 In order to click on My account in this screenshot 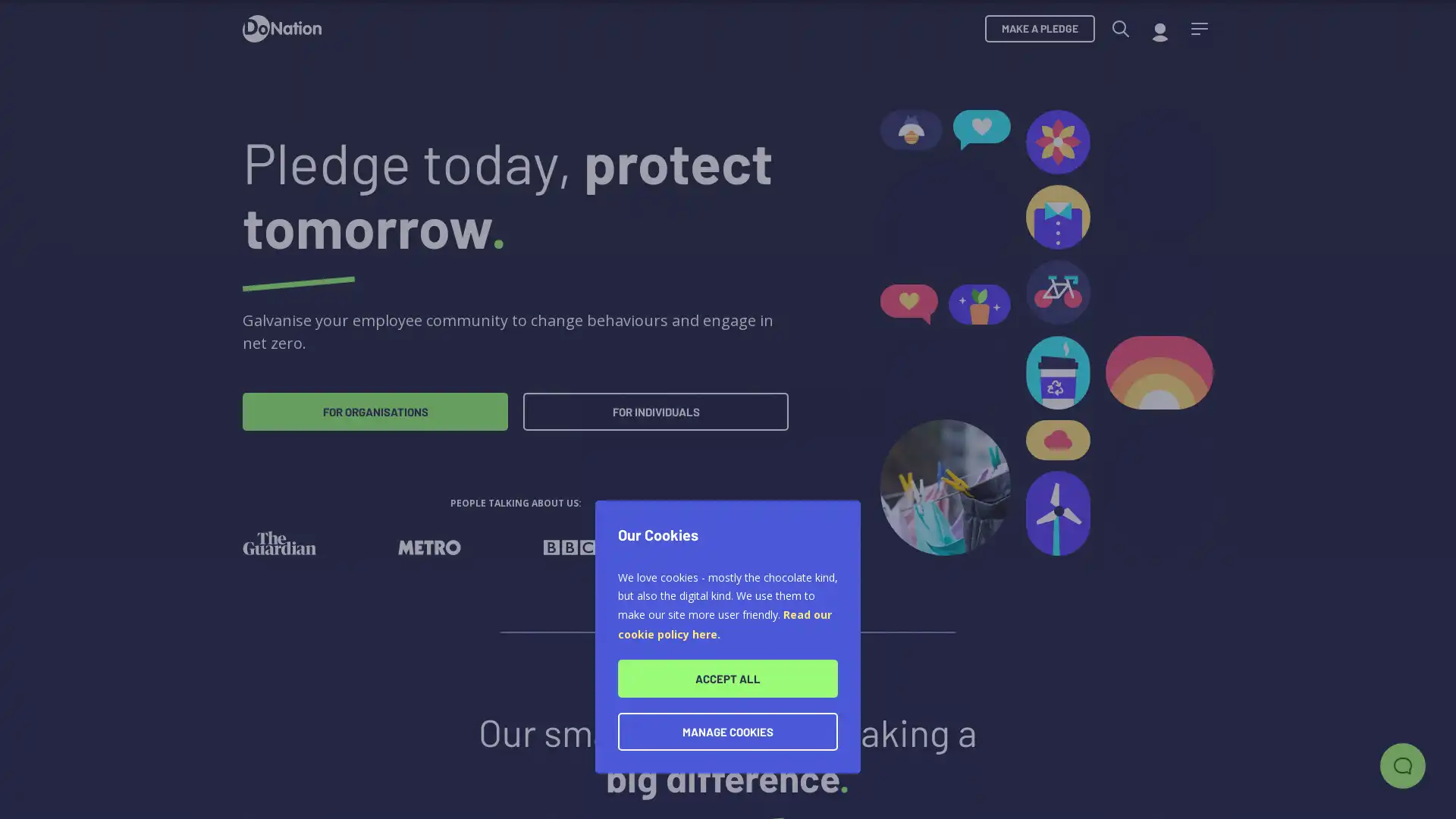, I will do `click(1159, 29)`.